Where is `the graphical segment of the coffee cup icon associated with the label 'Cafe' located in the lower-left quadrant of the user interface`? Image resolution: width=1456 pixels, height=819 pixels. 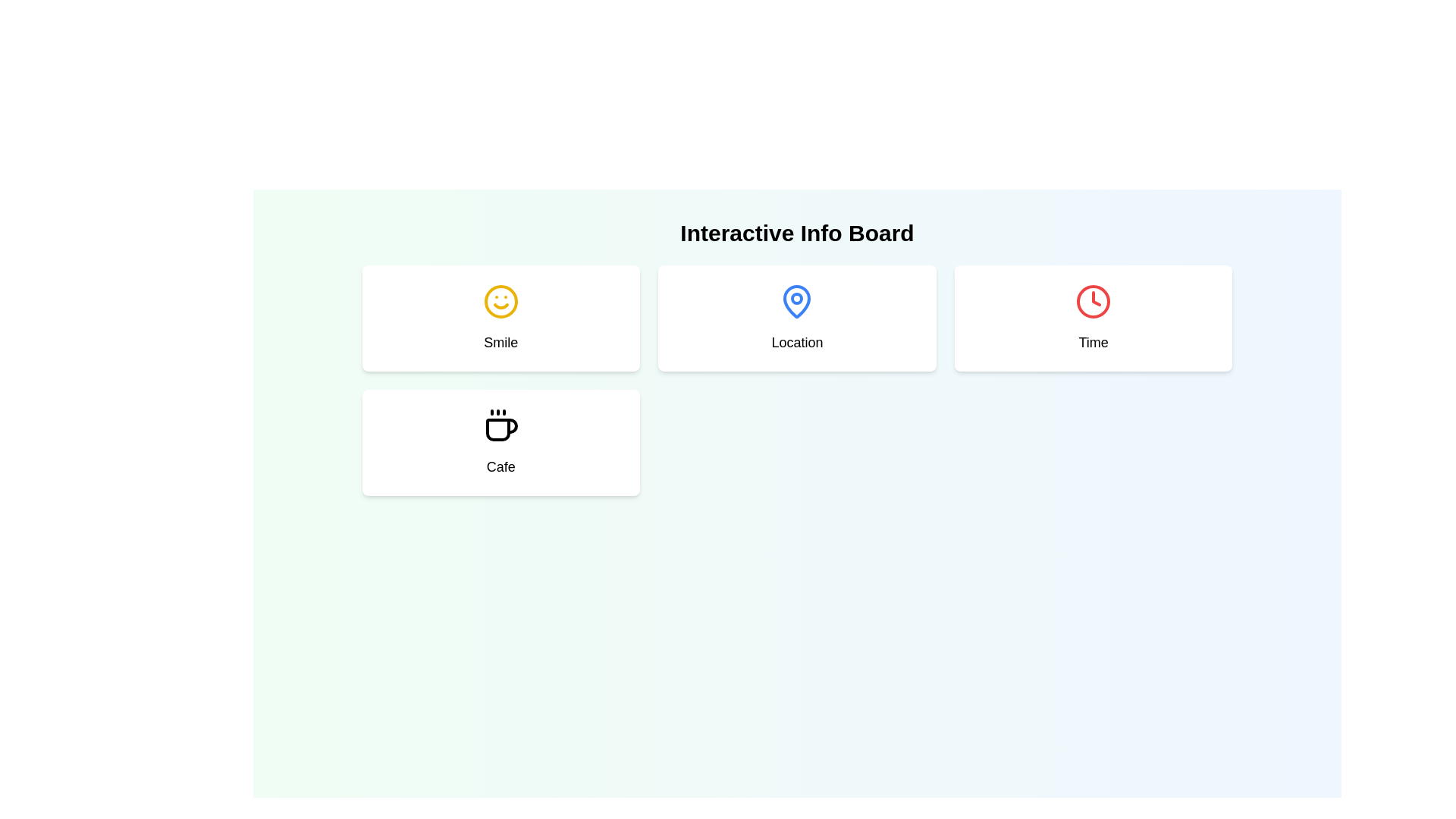 the graphical segment of the coffee cup icon associated with the label 'Cafe' located in the lower-left quadrant of the user interface is located at coordinates (501, 430).